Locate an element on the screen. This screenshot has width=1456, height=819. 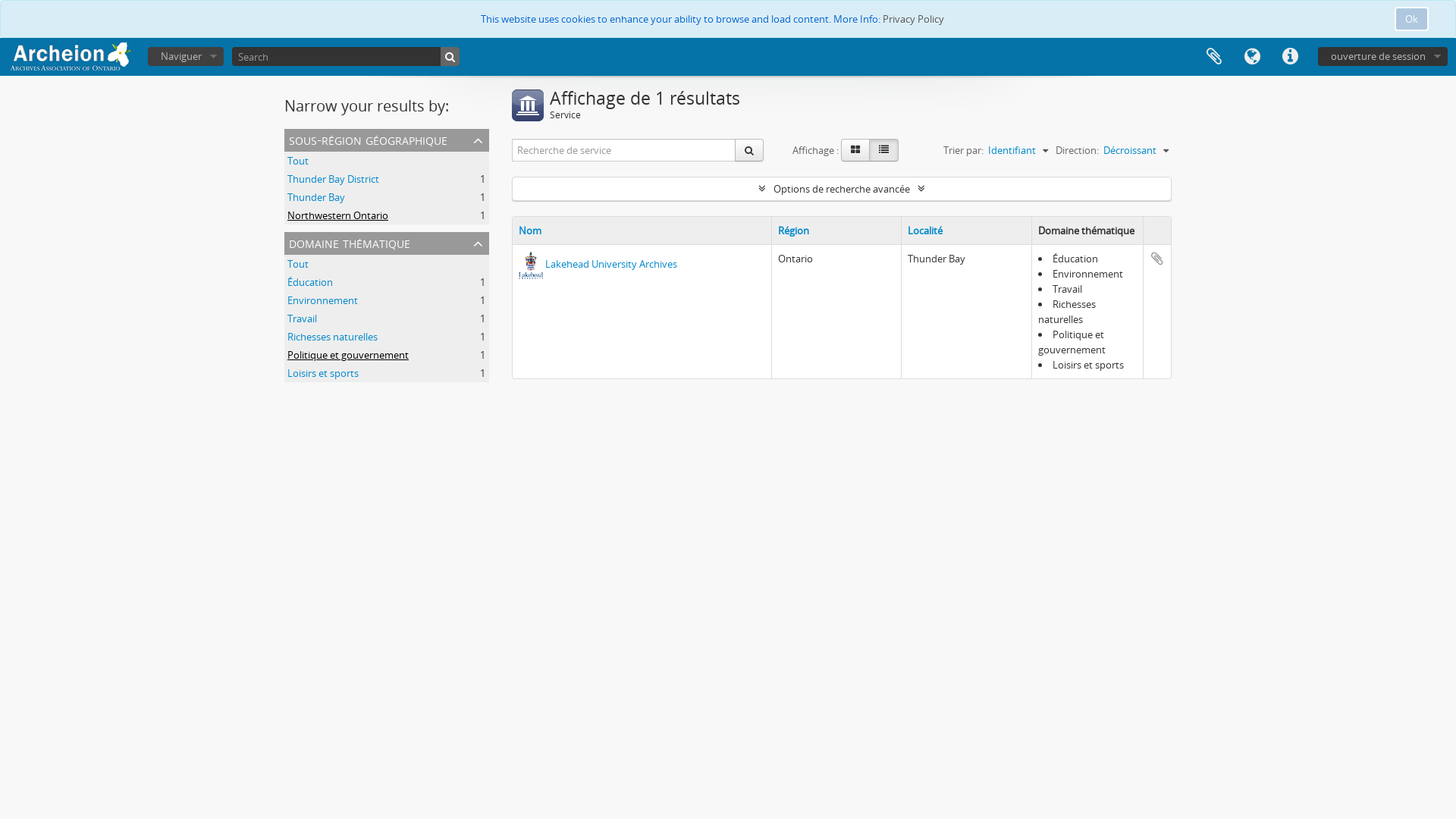
'Langue' is located at coordinates (1252, 55).